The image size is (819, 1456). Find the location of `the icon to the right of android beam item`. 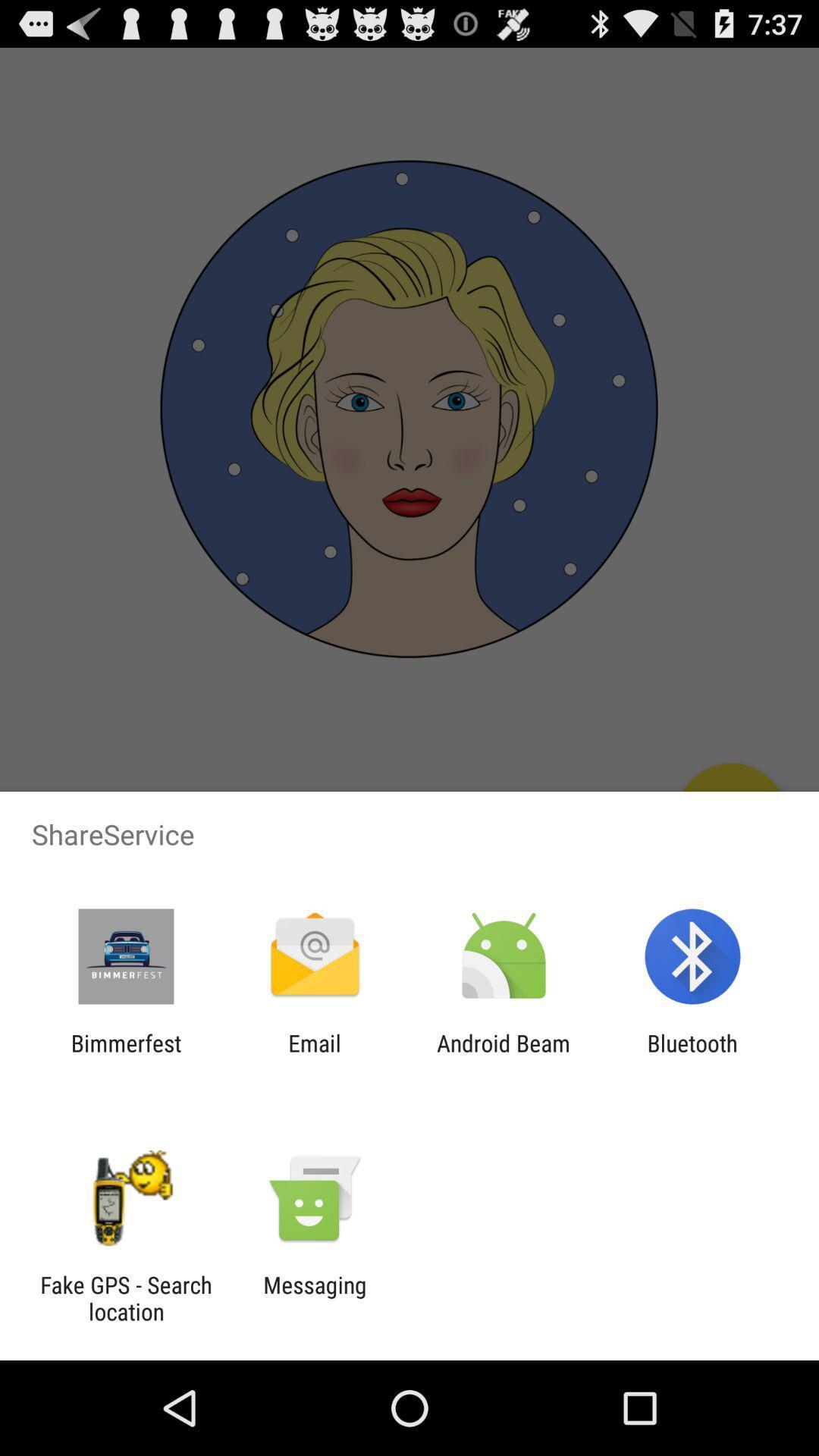

the icon to the right of android beam item is located at coordinates (692, 1056).